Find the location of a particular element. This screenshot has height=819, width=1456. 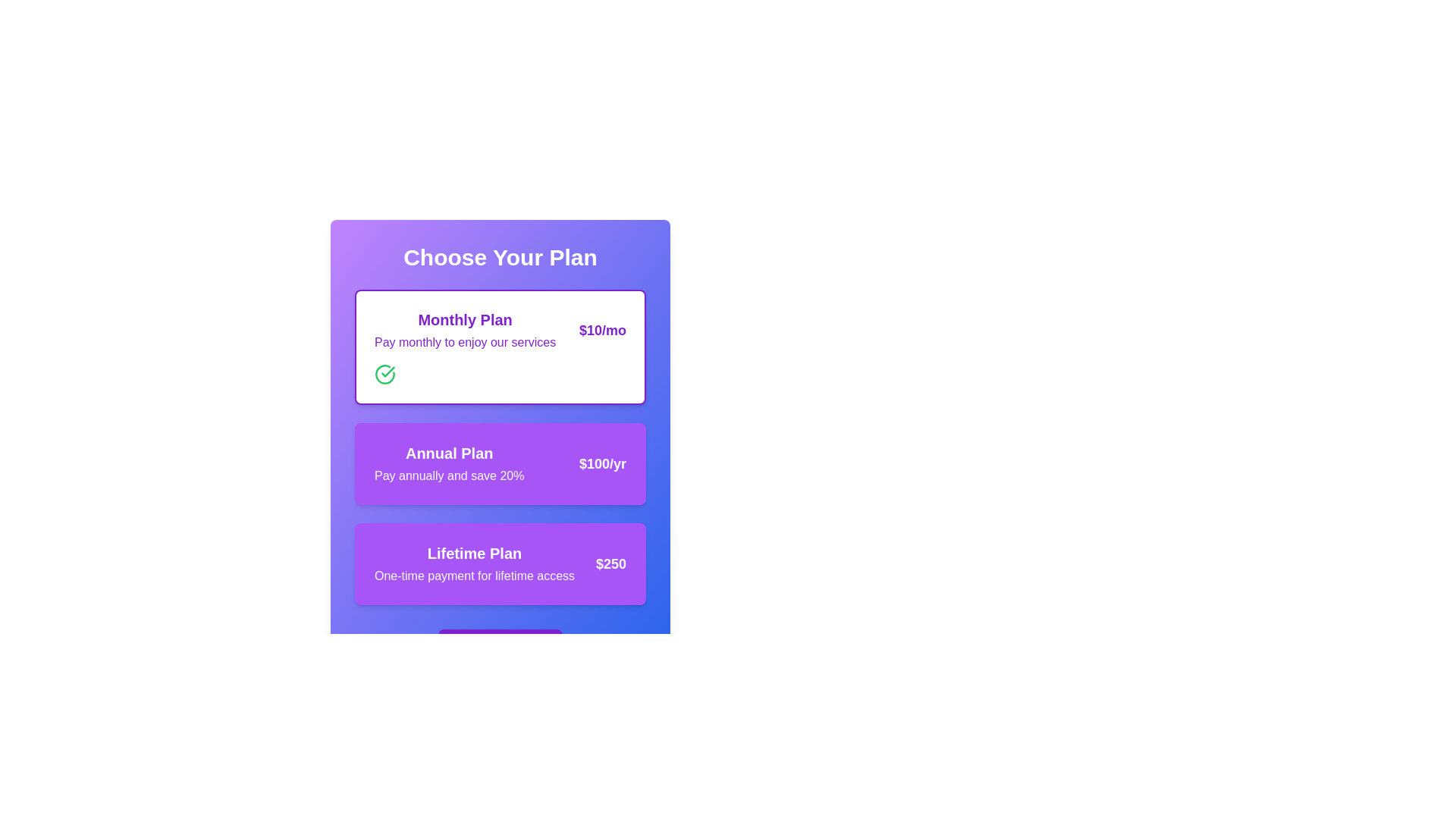

the monthly subscription plan Selection Card located at the top of the vertical stack of cards is located at coordinates (500, 347).